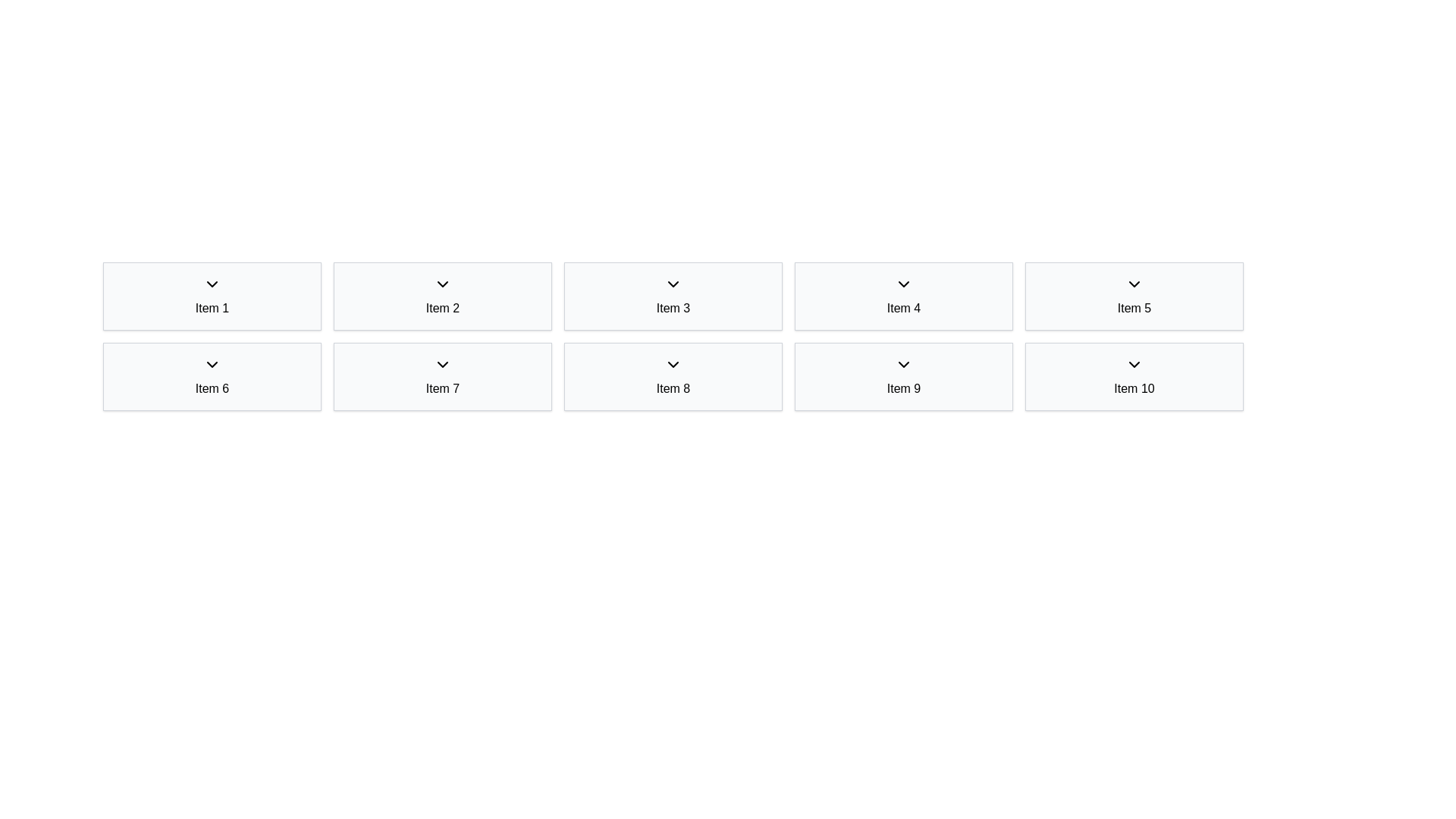 The width and height of the screenshot is (1456, 819). What do you see at coordinates (211, 376) in the screenshot?
I see `the selectable or expandable Card related to 'Item 6', located in the second row and first column of the grid layout` at bounding box center [211, 376].